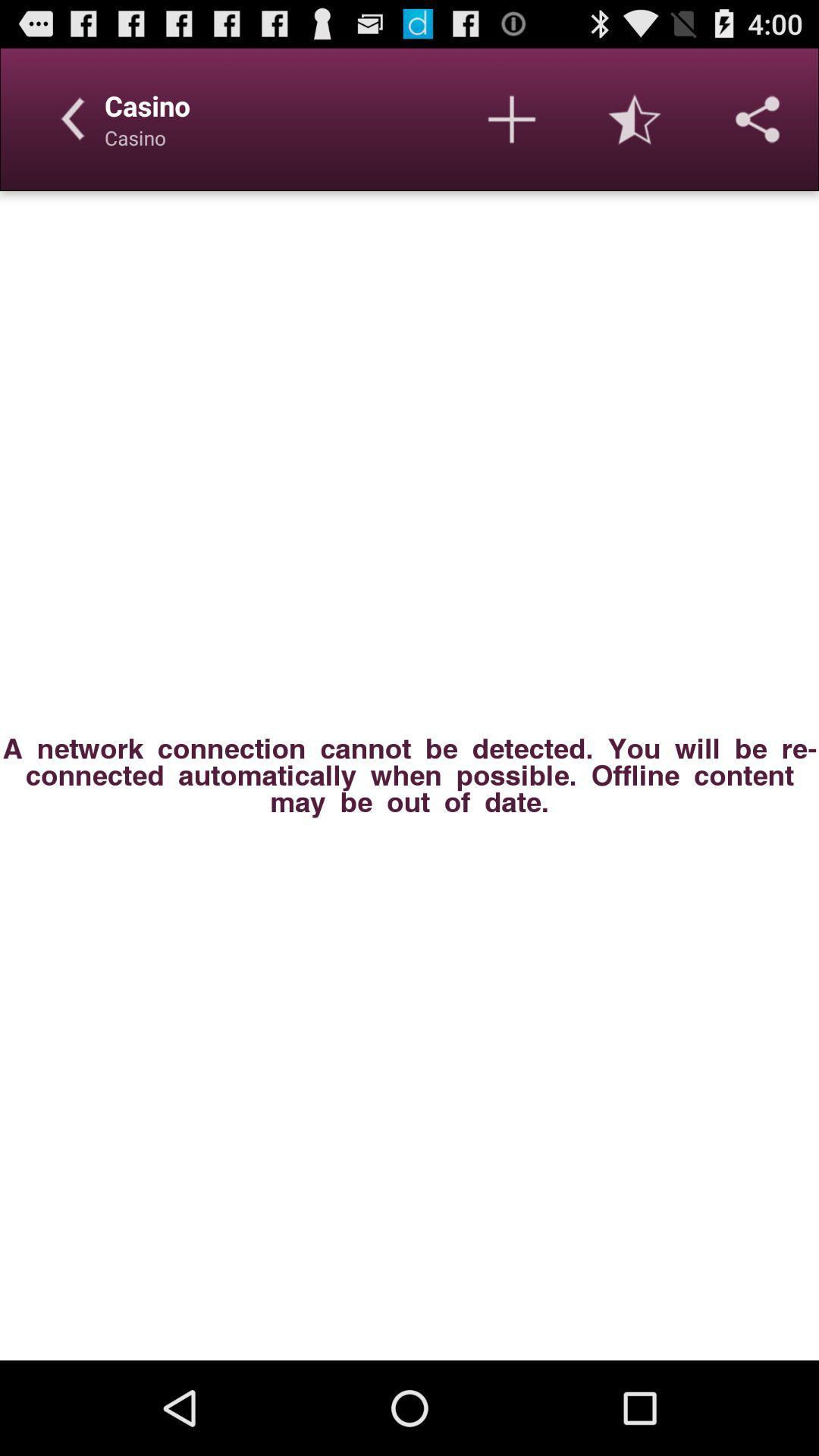  I want to click on star option, so click(635, 118).